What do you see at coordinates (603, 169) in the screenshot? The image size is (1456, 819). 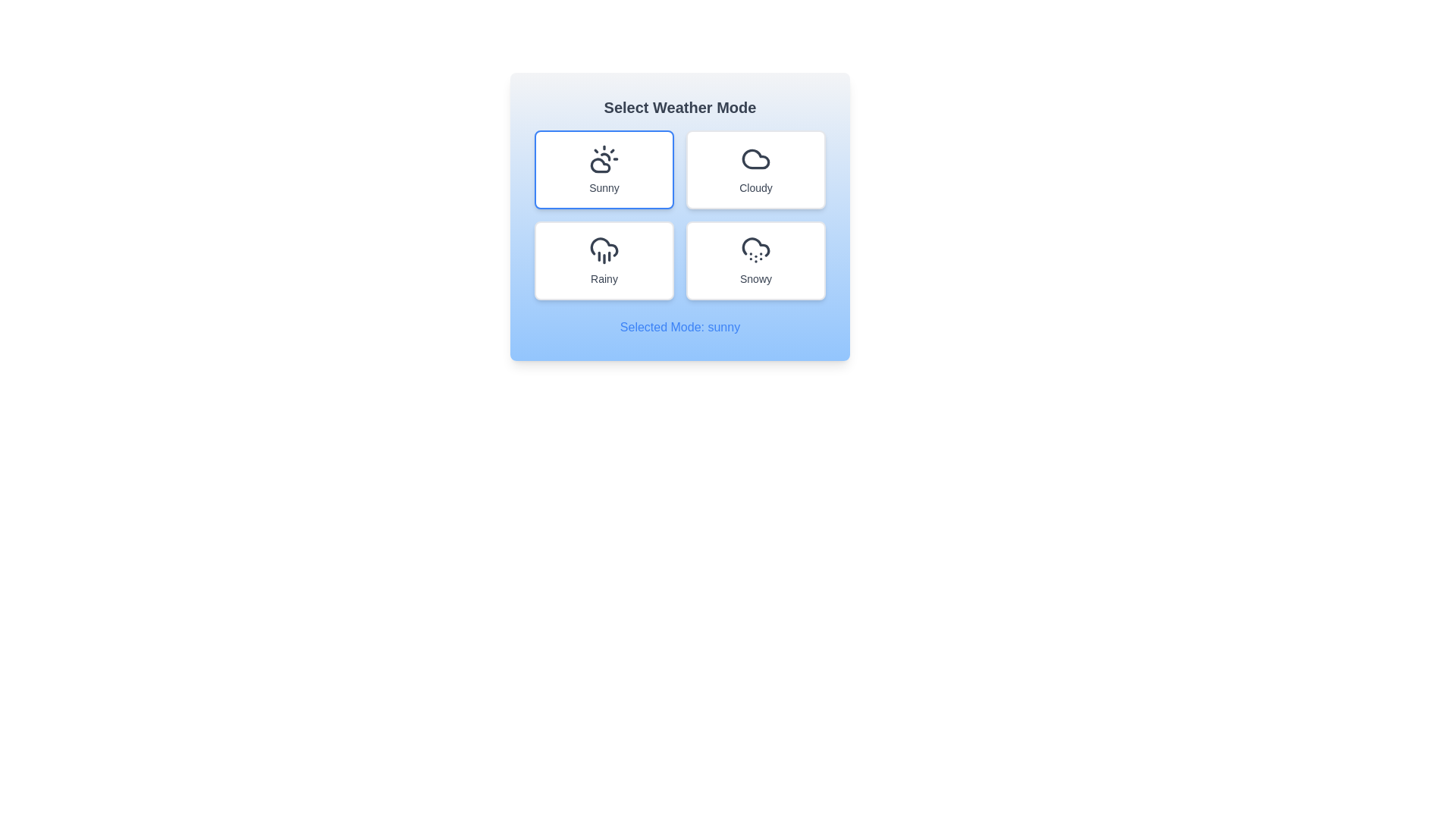 I see `the weather mode sunny by clicking on the corresponding button` at bounding box center [603, 169].